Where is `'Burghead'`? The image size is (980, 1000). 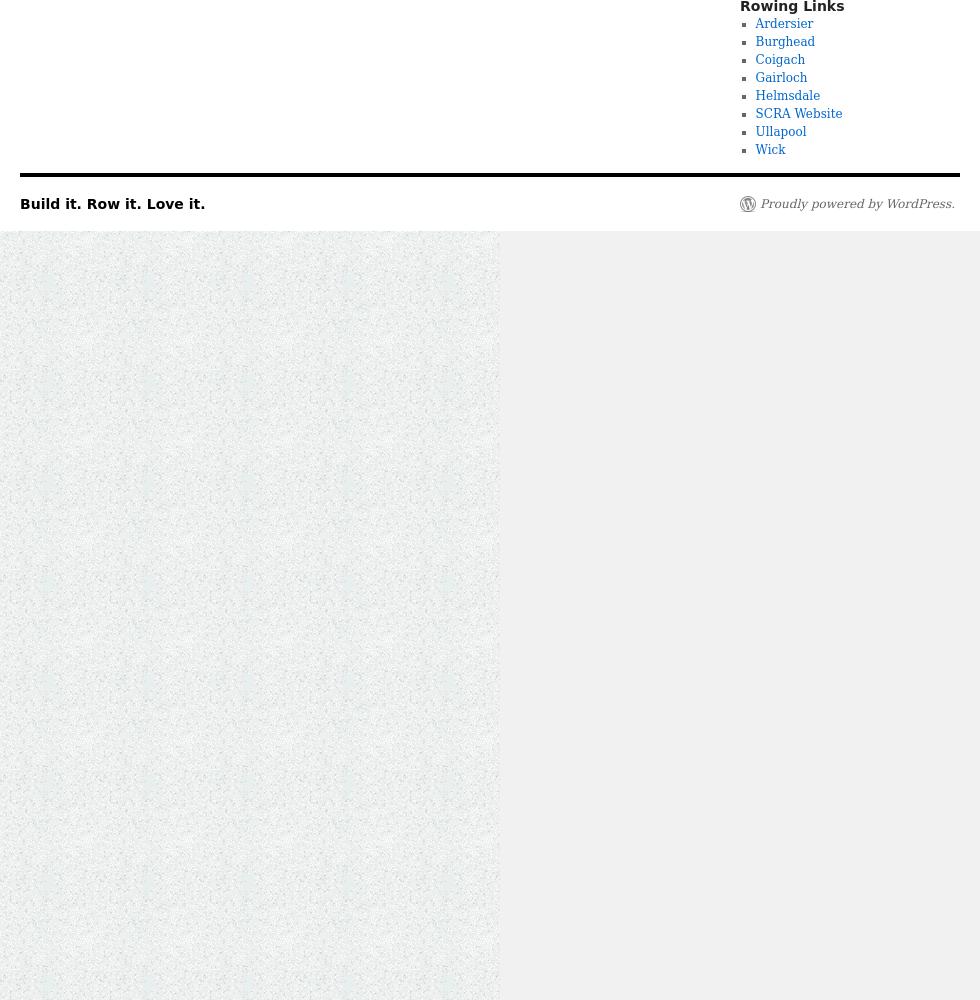
'Burghead' is located at coordinates (784, 42).